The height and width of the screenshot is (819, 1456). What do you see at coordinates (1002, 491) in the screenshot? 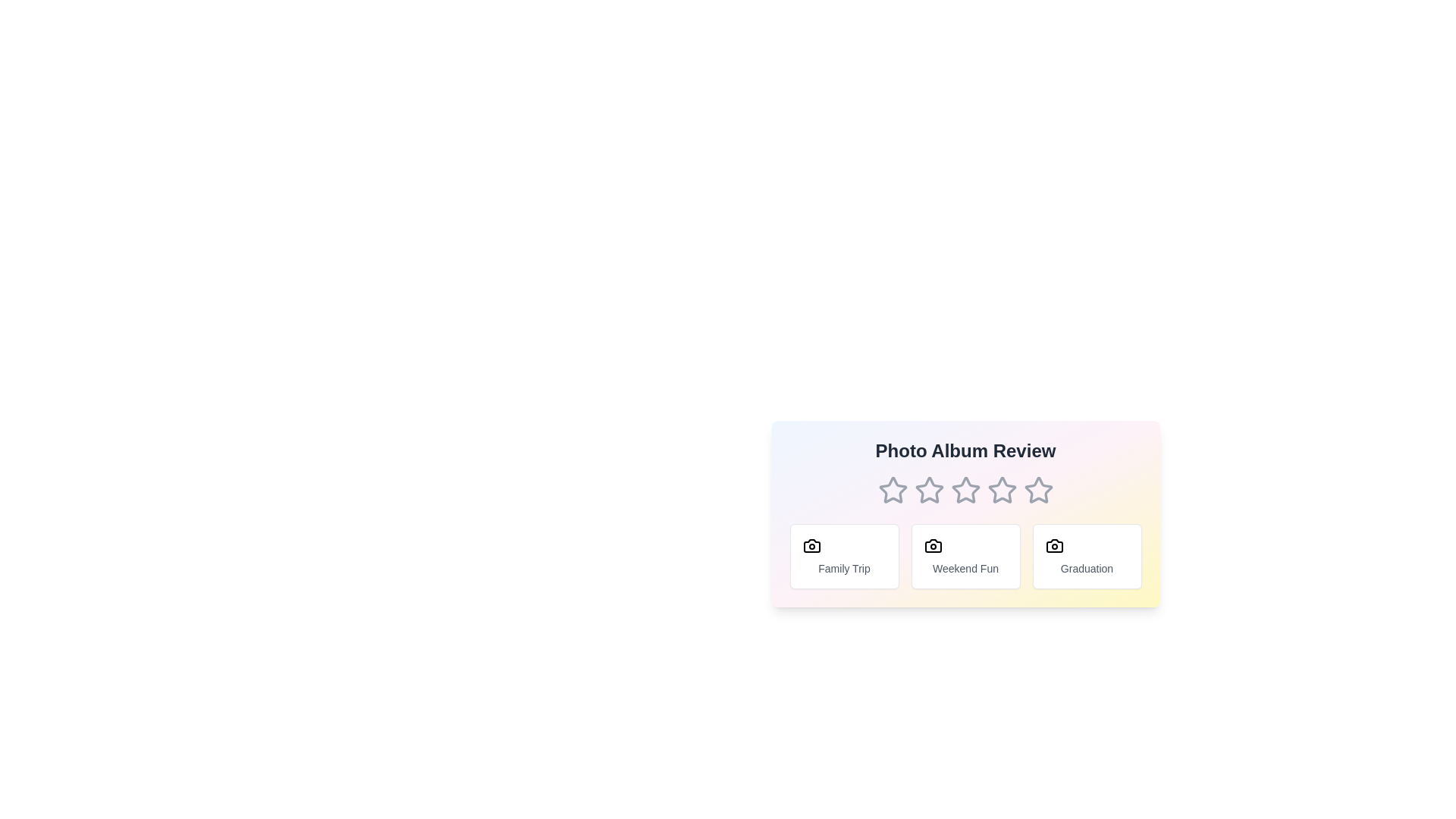
I see `the 4 star to set the rating` at bounding box center [1002, 491].